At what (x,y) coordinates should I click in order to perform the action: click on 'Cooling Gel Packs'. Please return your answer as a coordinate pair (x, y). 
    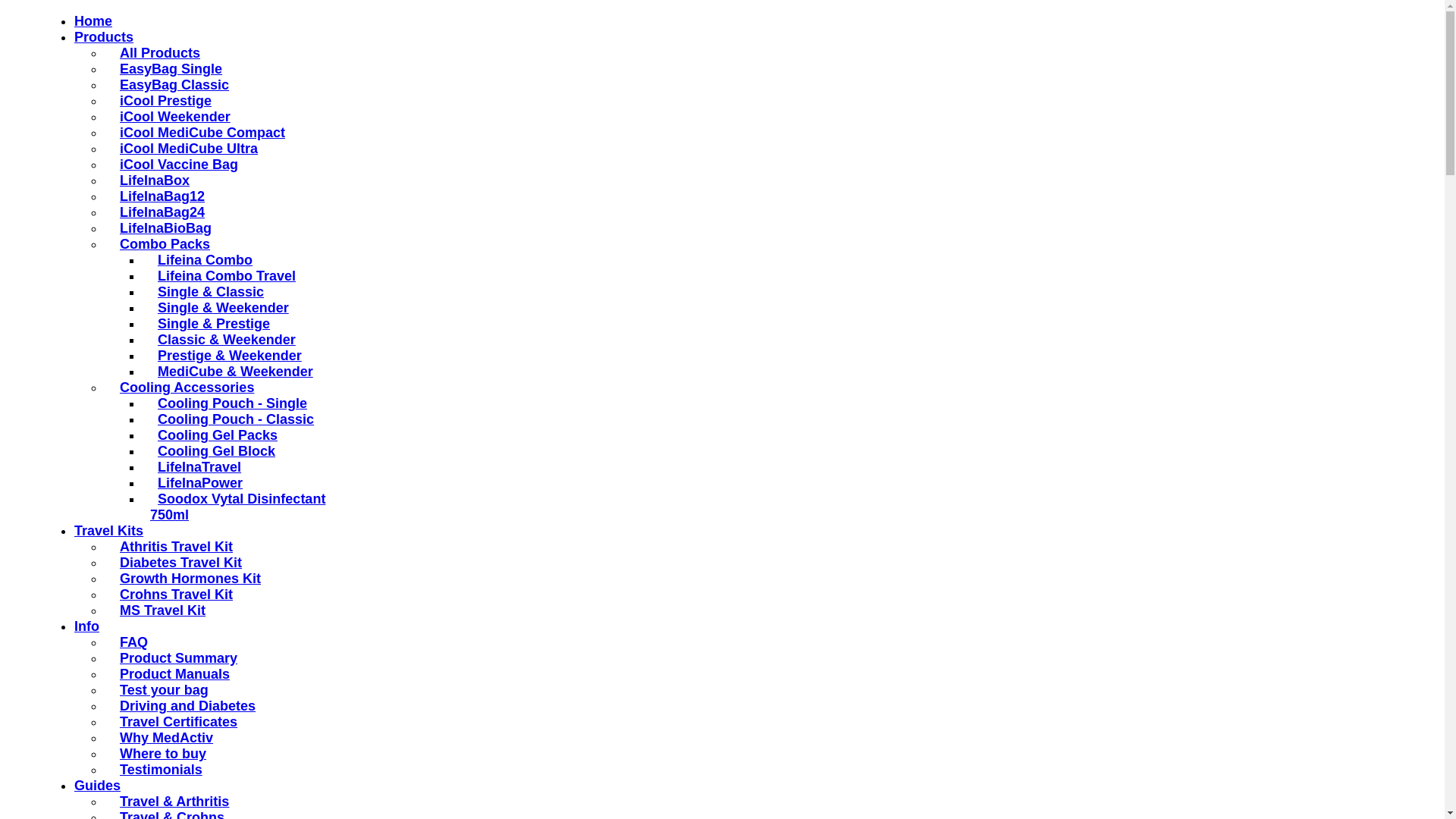
    Looking at the image, I should click on (213, 435).